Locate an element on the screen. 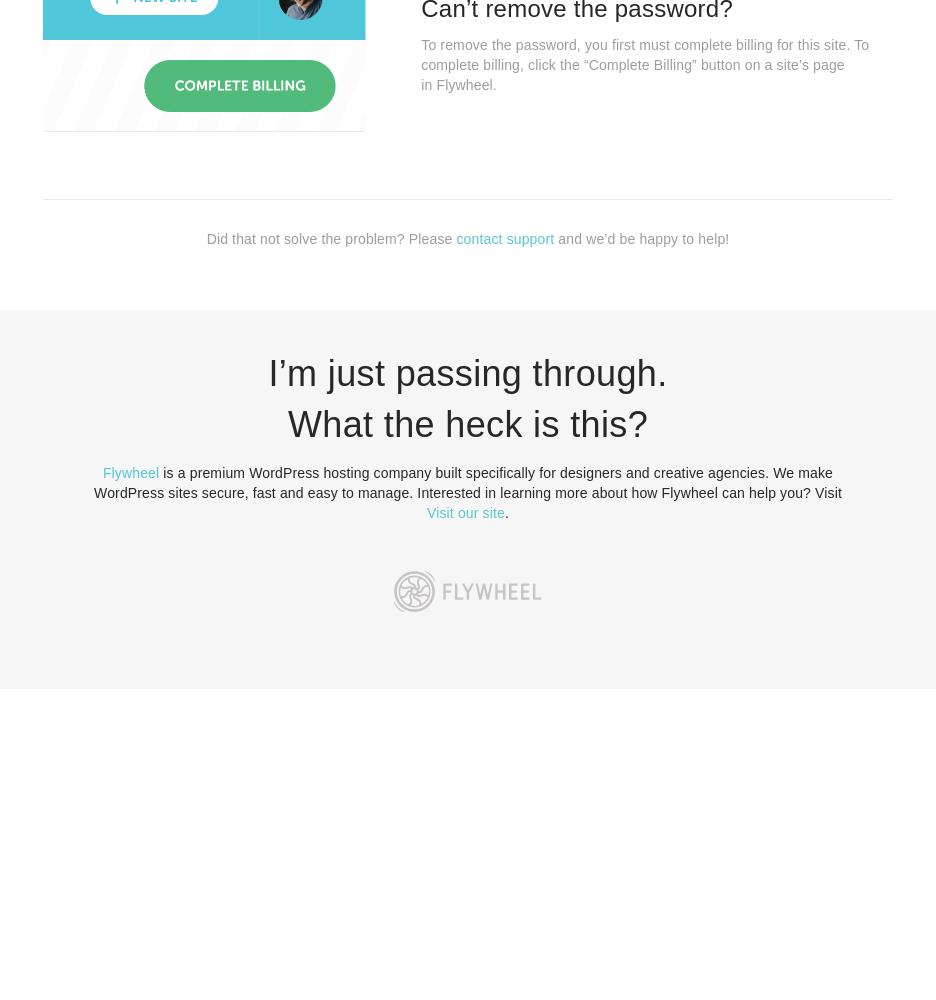  'is a premium WordPress hosting company built specifically for designers and creative agencies. We make WordPress sites secure, fast and easy to manage. Interested in learning more about how Flywheel can help you? Visit' is located at coordinates (467, 482).